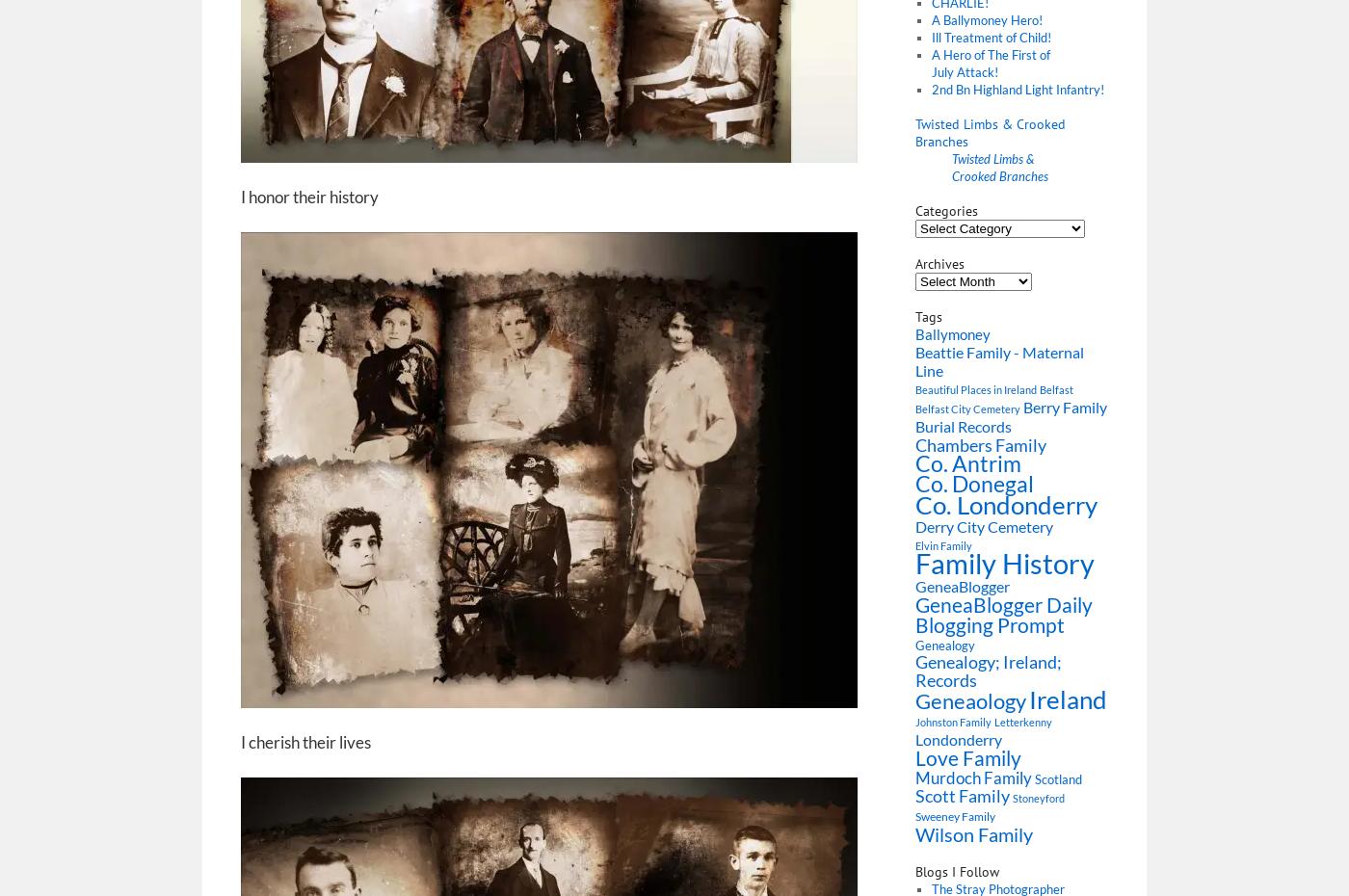 Image resolution: width=1349 pixels, height=896 pixels. What do you see at coordinates (939, 263) in the screenshot?
I see `'Archives'` at bounding box center [939, 263].